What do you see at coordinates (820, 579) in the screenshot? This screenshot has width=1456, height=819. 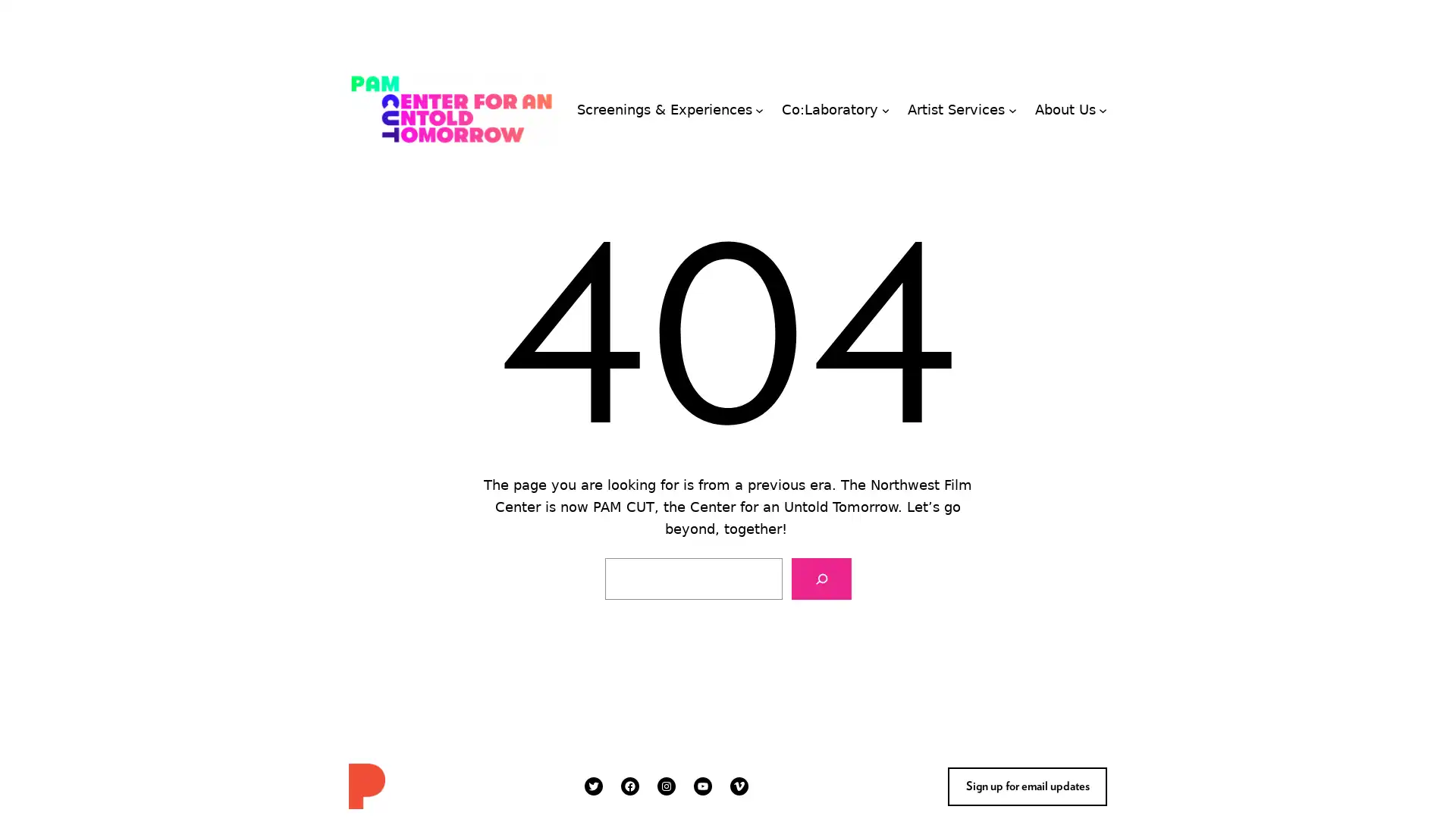 I see `Search` at bounding box center [820, 579].